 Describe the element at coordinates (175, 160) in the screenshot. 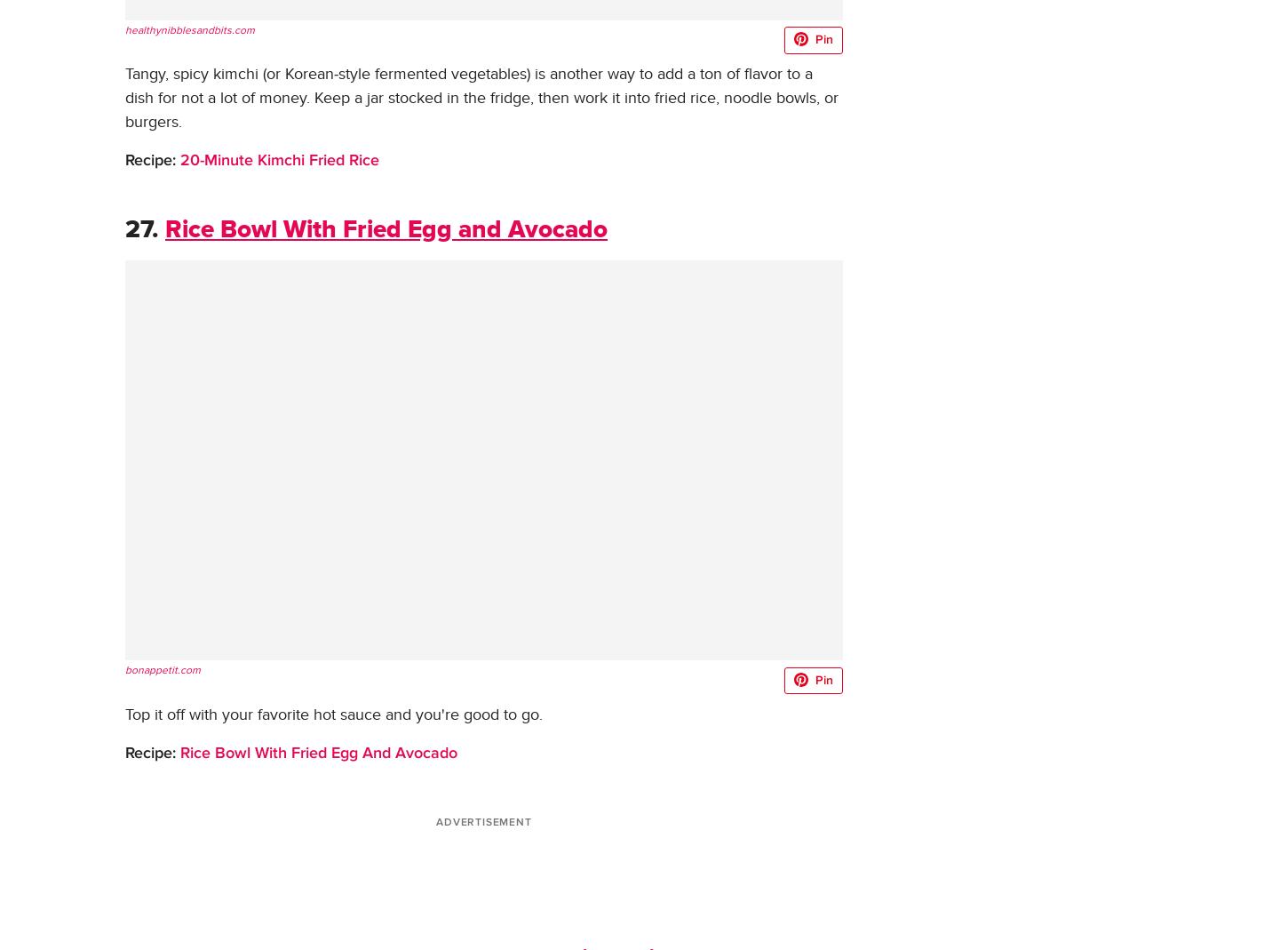

I see `'20-Minute Kimchi Fried Rice'` at that location.